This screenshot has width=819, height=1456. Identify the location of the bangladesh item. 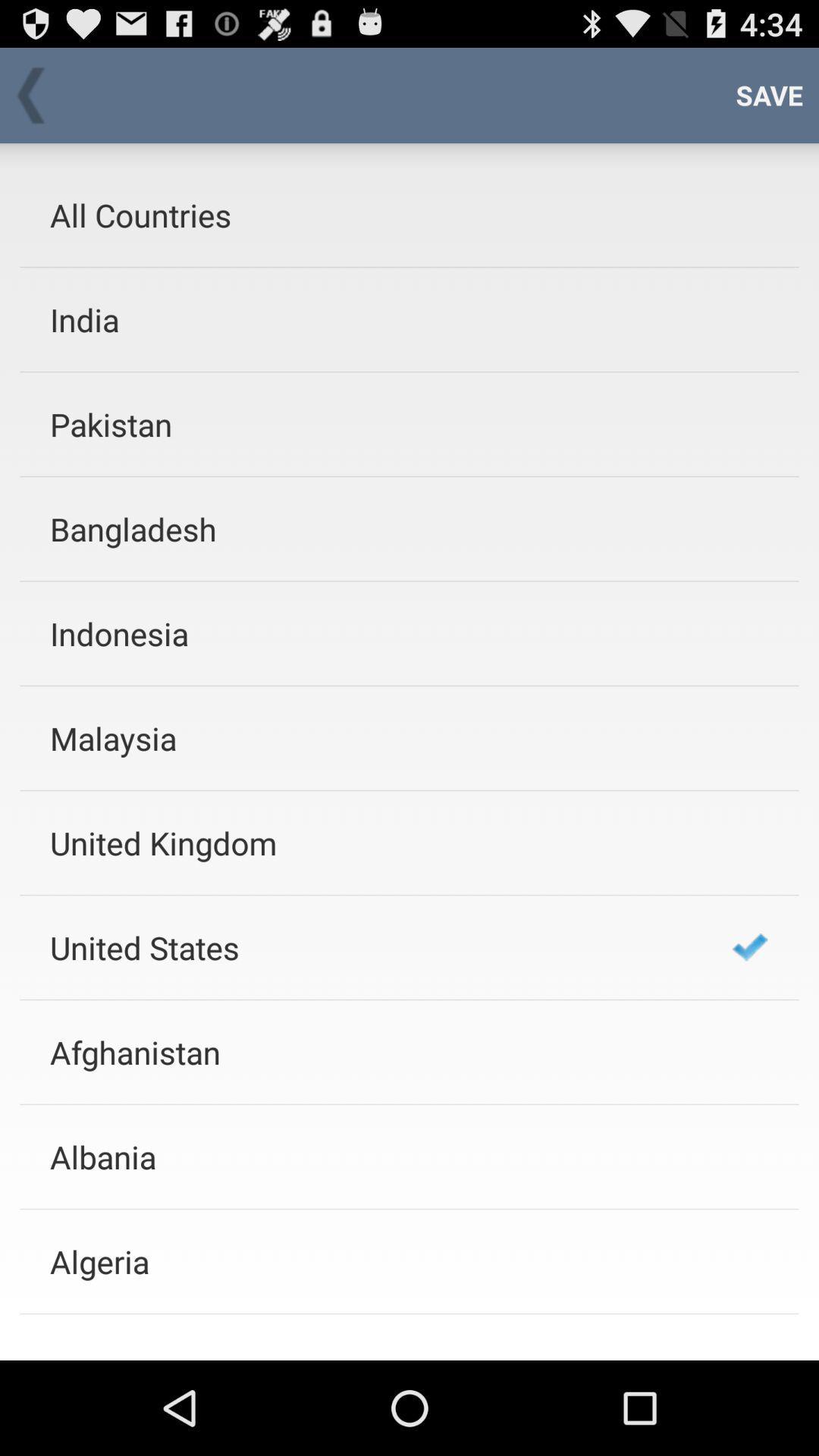
(371, 529).